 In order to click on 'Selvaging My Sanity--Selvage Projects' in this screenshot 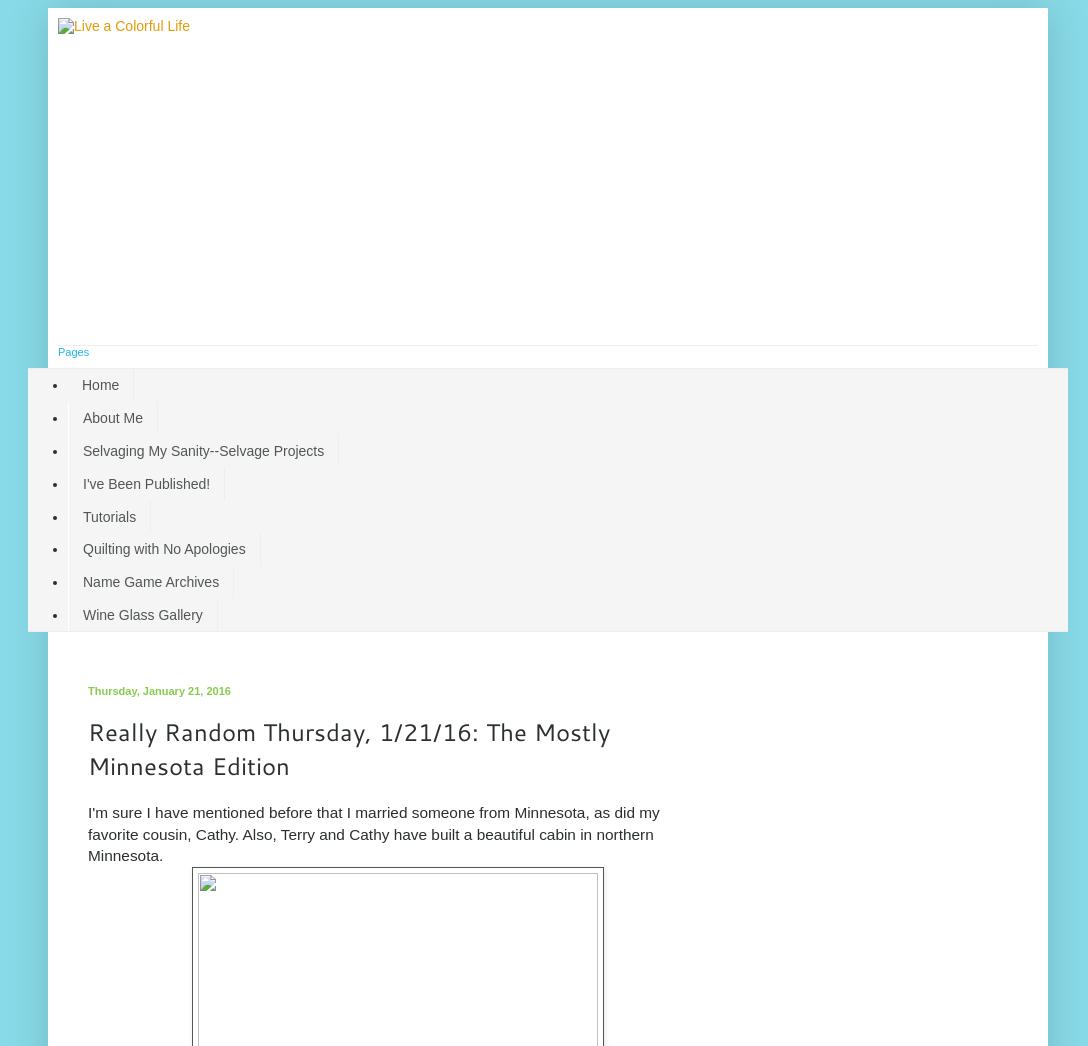, I will do `click(202, 448)`.